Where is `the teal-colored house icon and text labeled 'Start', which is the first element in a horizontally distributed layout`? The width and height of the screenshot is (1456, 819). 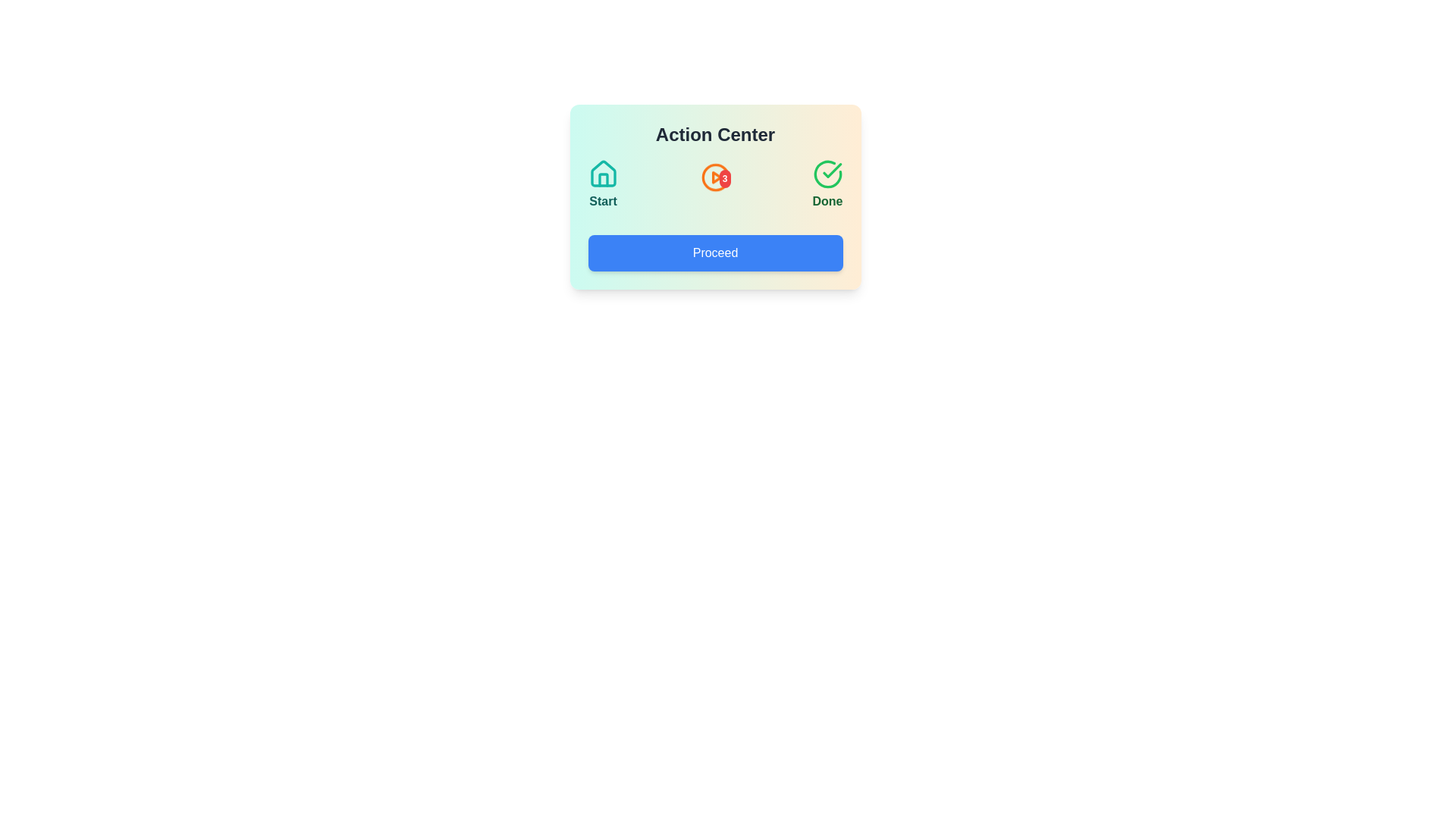 the teal-colored house icon and text labeled 'Start', which is the first element in a horizontally distributed layout is located at coordinates (602, 184).